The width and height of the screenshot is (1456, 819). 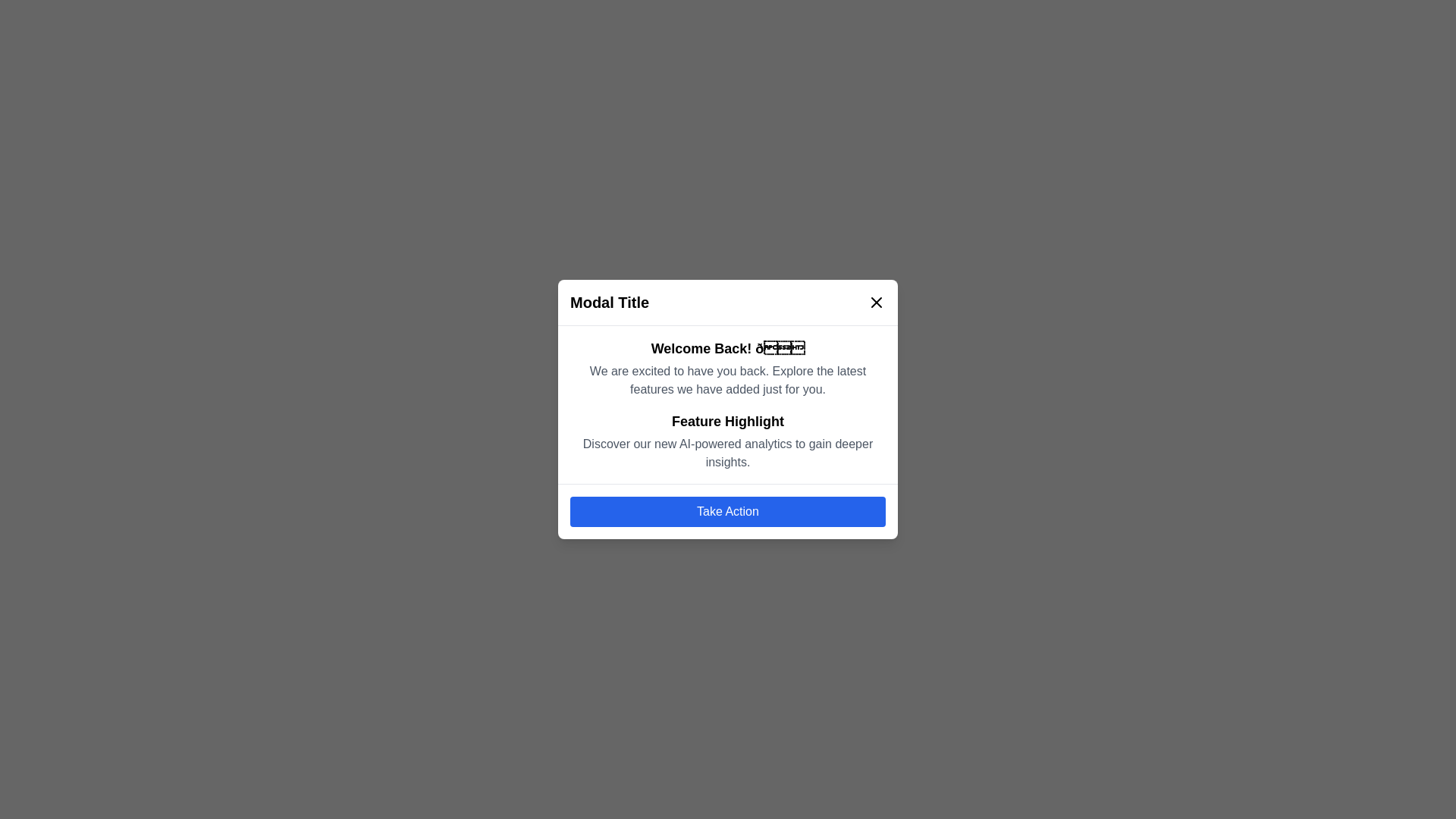 What do you see at coordinates (728, 511) in the screenshot?
I see `the button at the bottom of the modal dialogue box` at bounding box center [728, 511].